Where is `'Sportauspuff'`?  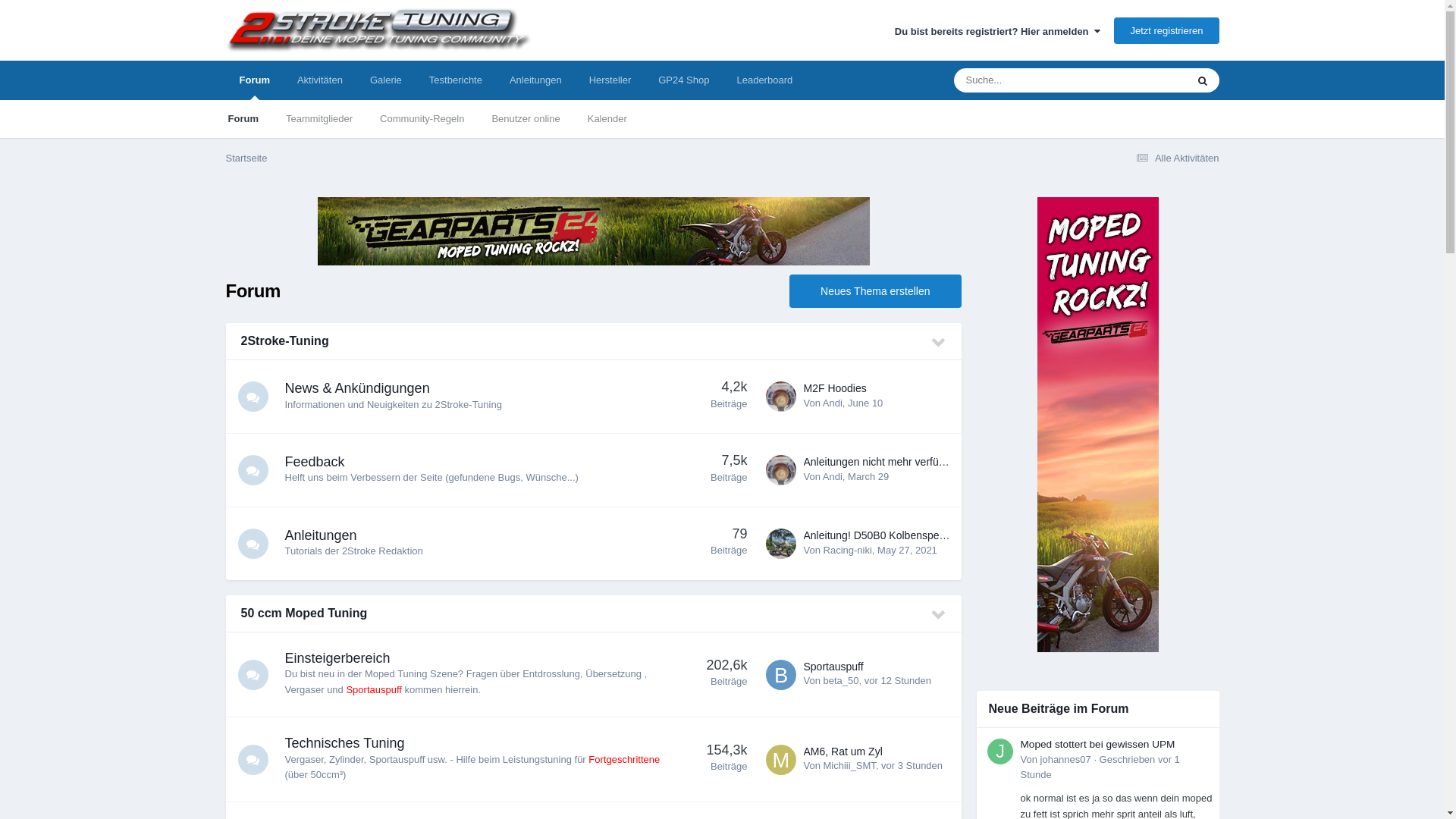 'Sportauspuff' is located at coordinates (833, 665).